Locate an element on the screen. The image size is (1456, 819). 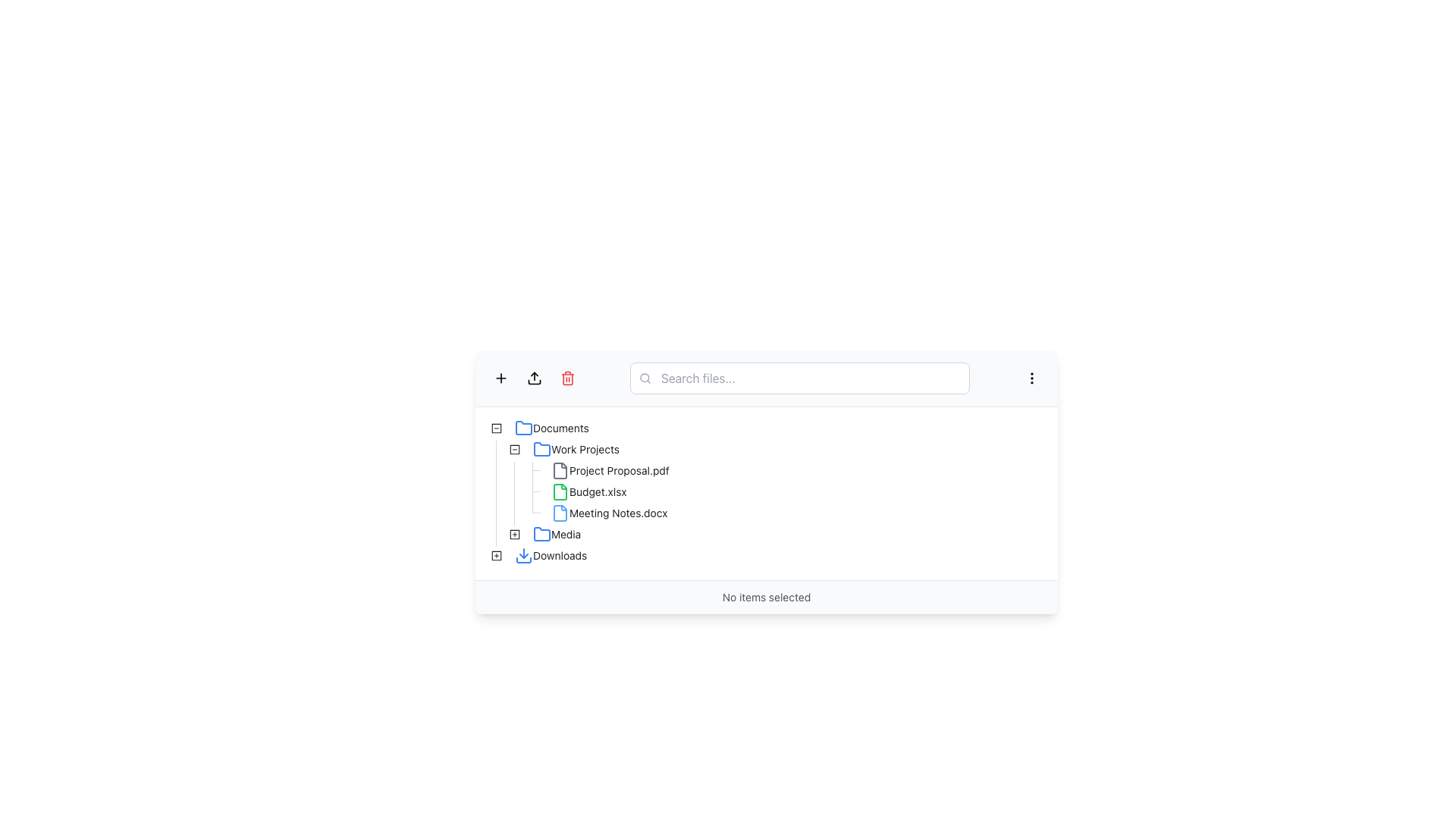
the 'Work Projects' folder node is located at coordinates (556, 449).